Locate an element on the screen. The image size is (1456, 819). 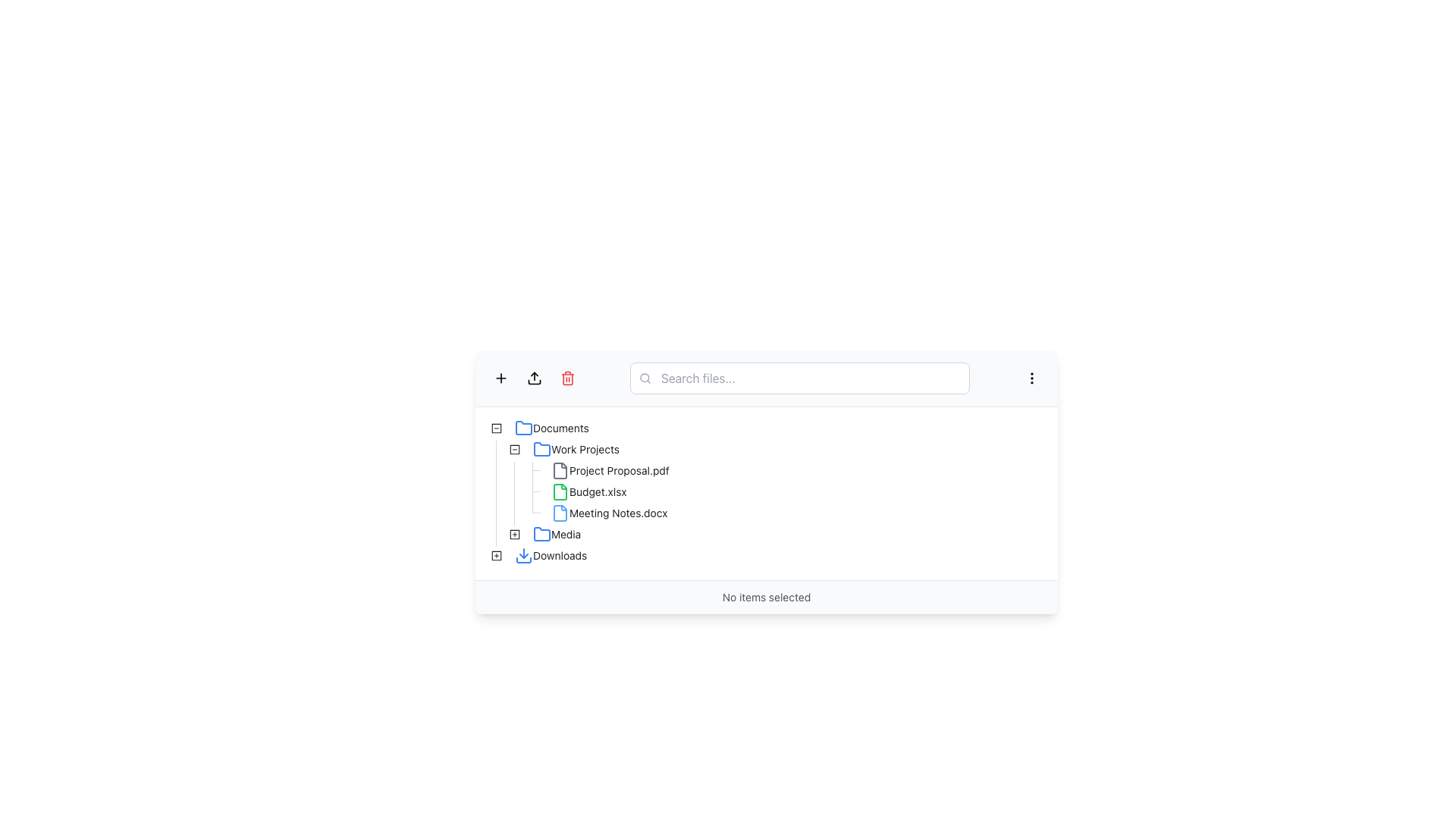
the 'Work Projects' folder node is located at coordinates (556, 449).